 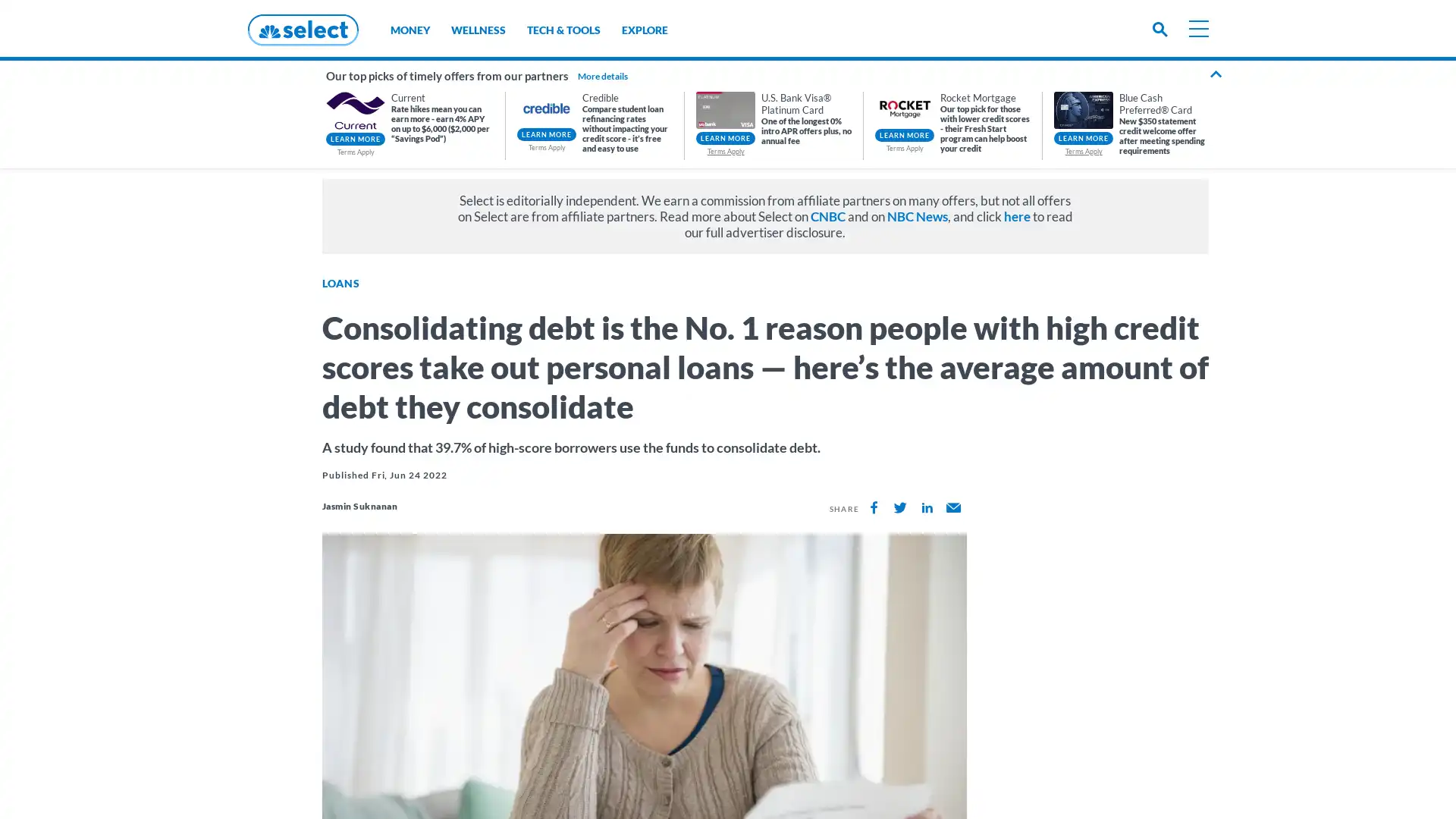 What do you see at coordinates (899, 507) in the screenshot?
I see `Share Article via Twitter` at bounding box center [899, 507].